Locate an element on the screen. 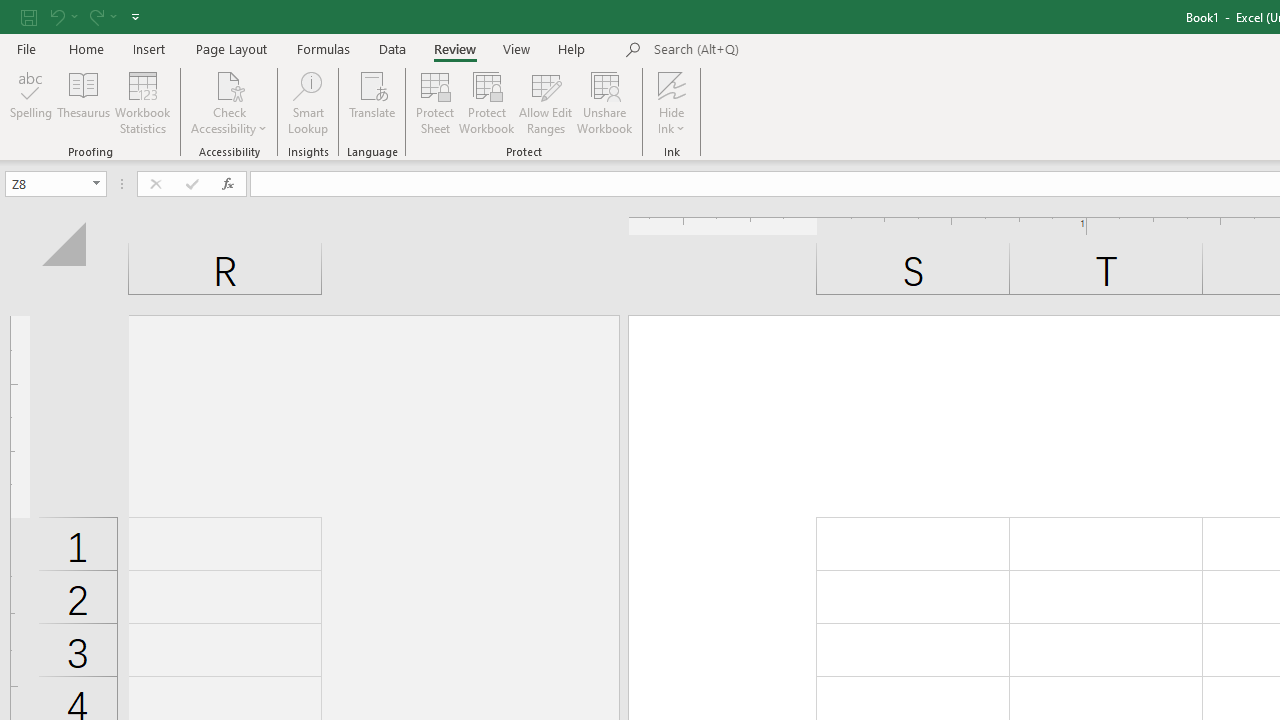 This screenshot has height=720, width=1280. 'Protect Sheet...' is located at coordinates (434, 103).